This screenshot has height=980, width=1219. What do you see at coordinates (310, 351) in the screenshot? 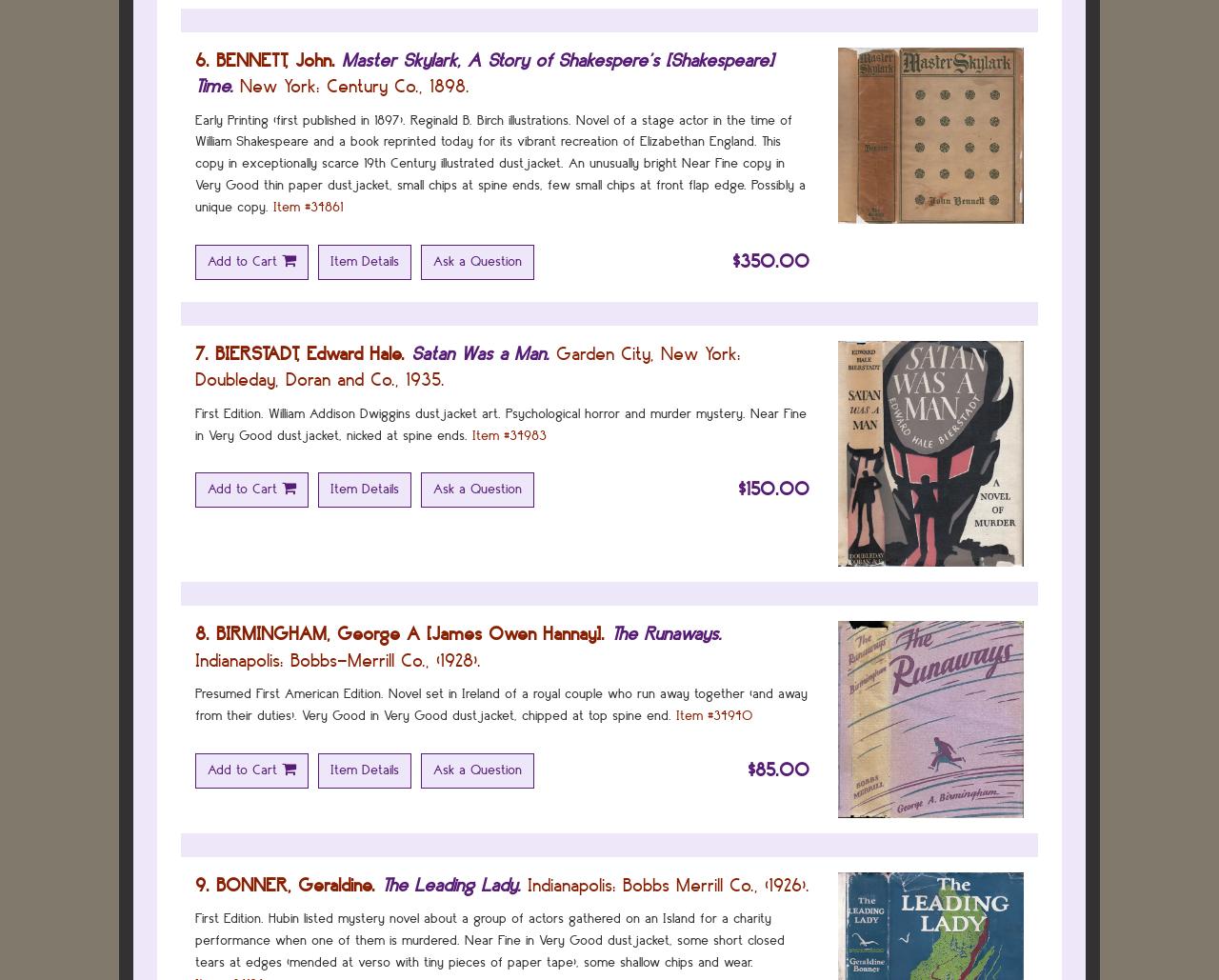
I see `'BIERSTADT, Edward Hale.'` at bounding box center [310, 351].